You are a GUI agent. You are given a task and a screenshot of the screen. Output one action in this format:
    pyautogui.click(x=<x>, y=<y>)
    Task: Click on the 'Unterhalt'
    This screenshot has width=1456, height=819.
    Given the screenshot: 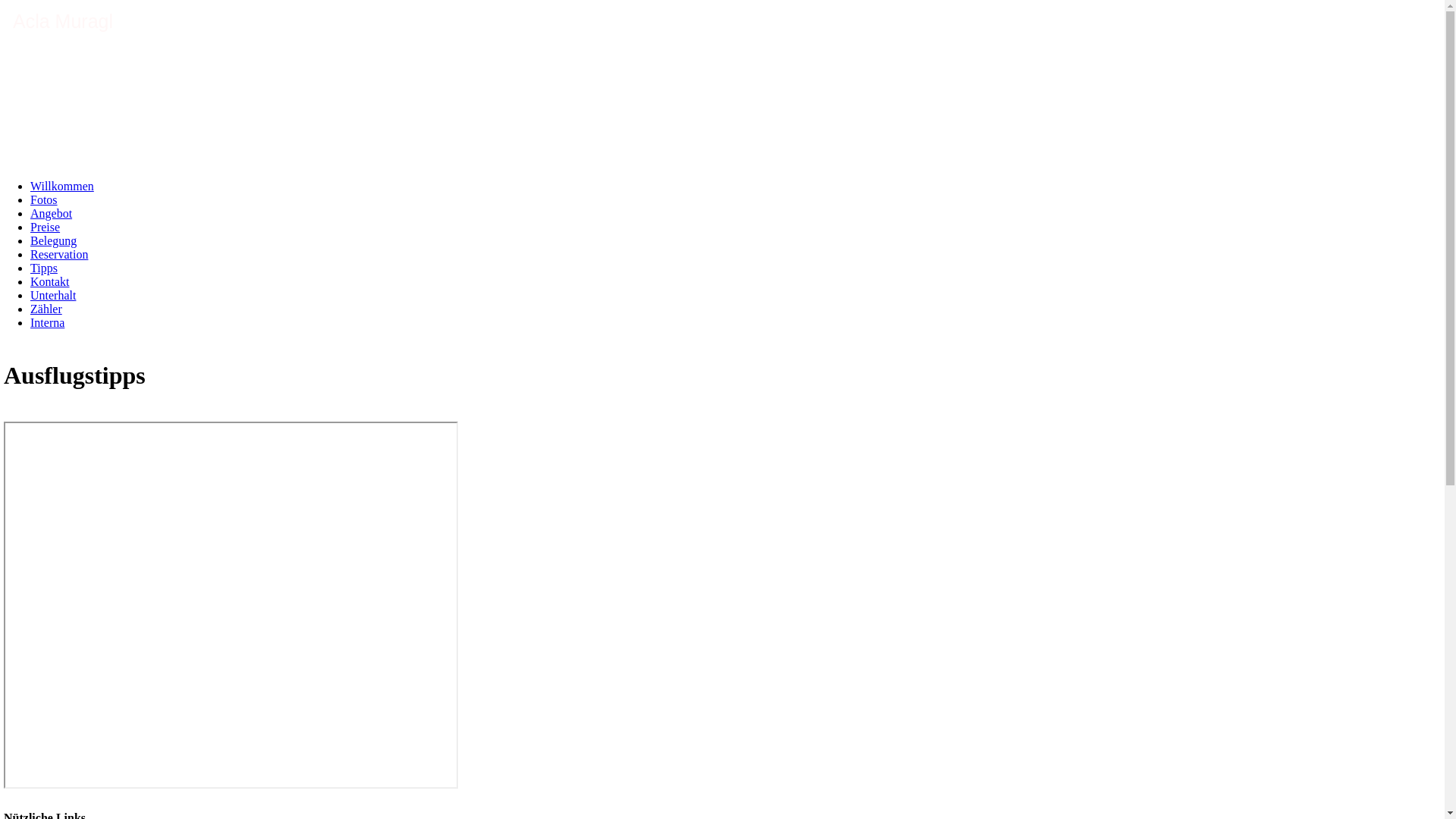 What is the action you would take?
    pyautogui.click(x=30, y=295)
    